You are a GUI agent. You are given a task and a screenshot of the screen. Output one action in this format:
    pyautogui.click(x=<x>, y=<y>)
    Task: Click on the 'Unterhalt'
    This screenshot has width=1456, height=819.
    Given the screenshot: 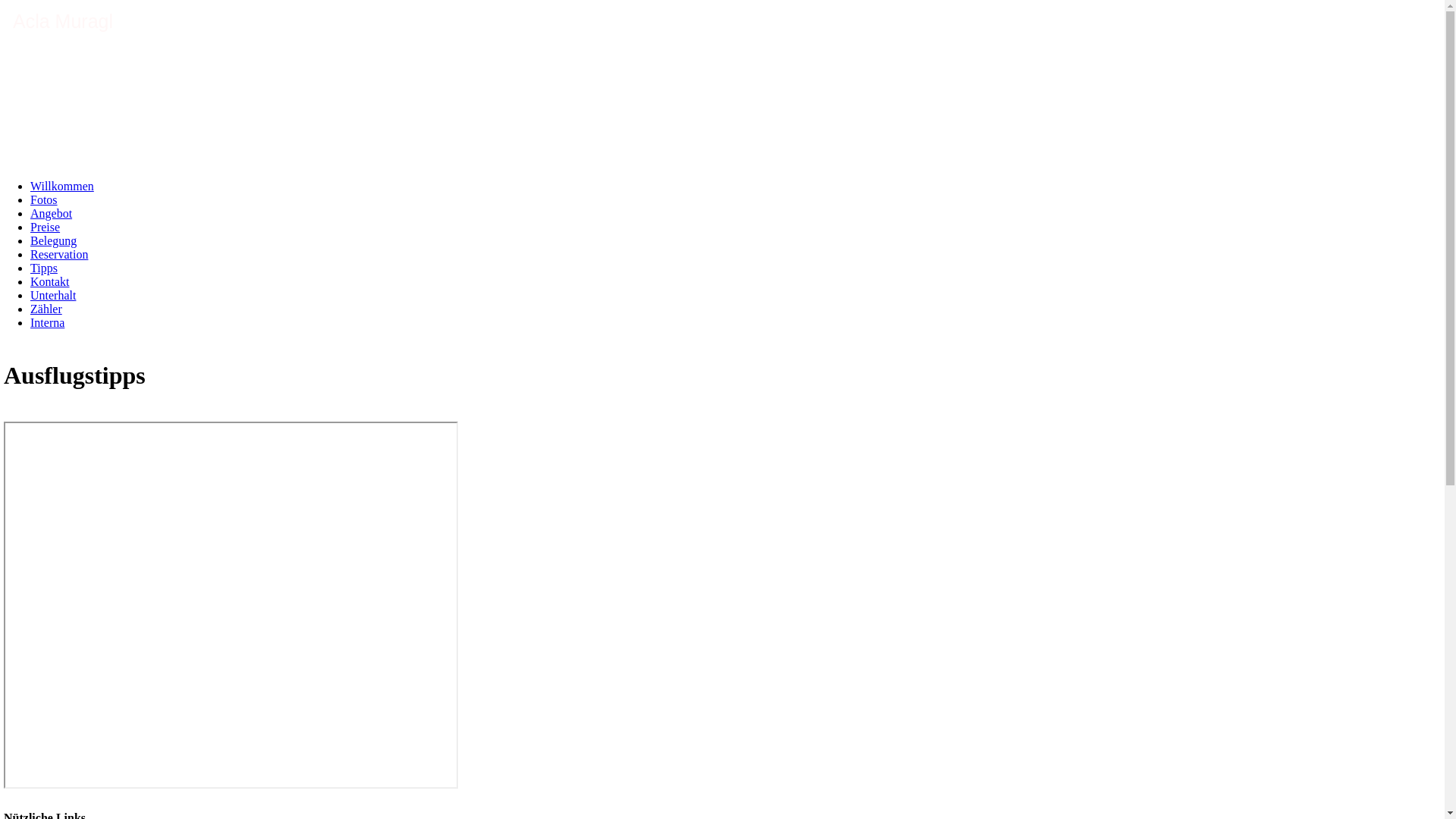 What is the action you would take?
    pyautogui.click(x=30, y=295)
    